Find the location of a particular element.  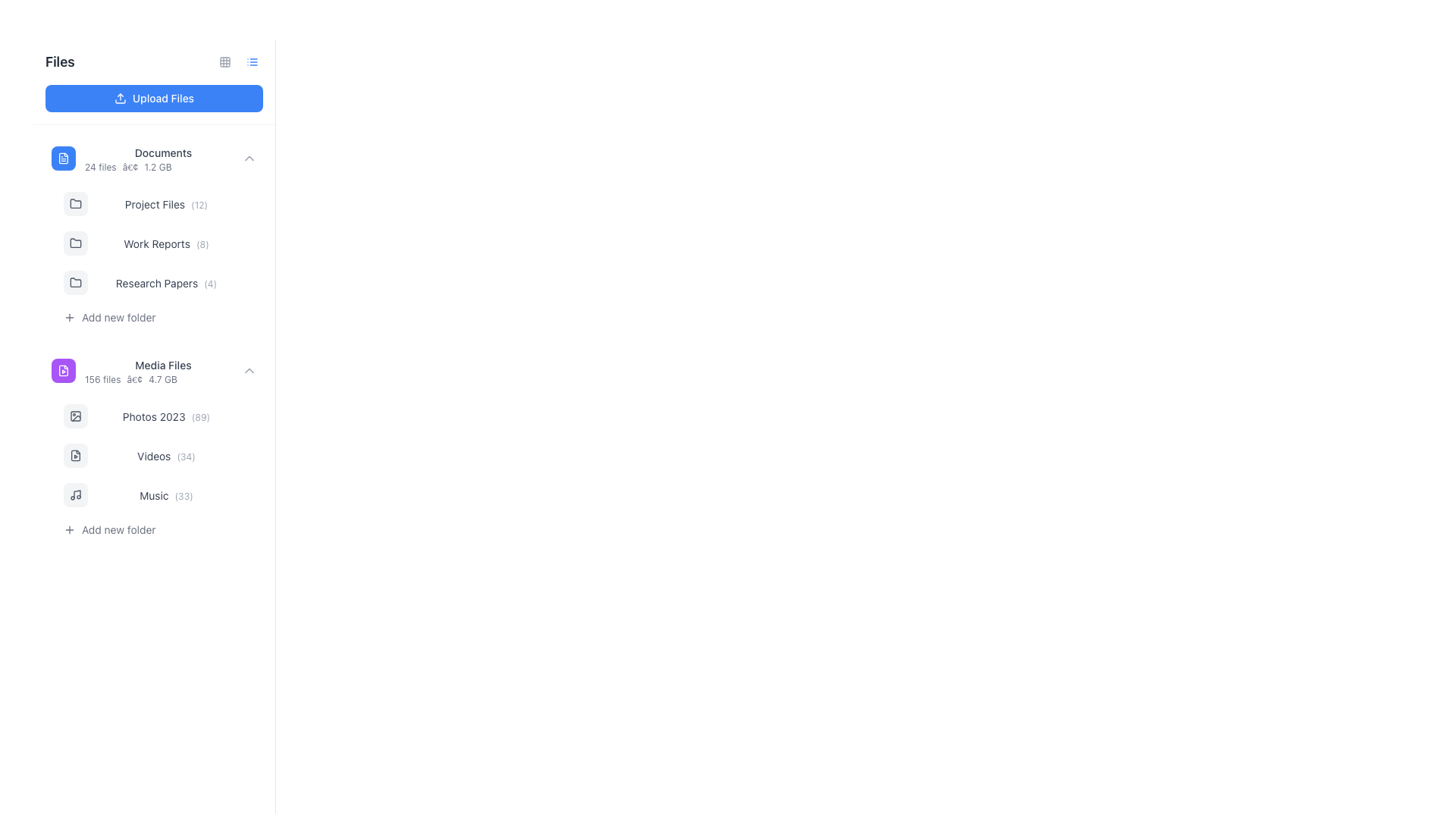

the Icon button representing the 'Music' folder, located at the top-left corner of the 'Music (33)' folder entry in the sidebar is located at coordinates (75, 494).